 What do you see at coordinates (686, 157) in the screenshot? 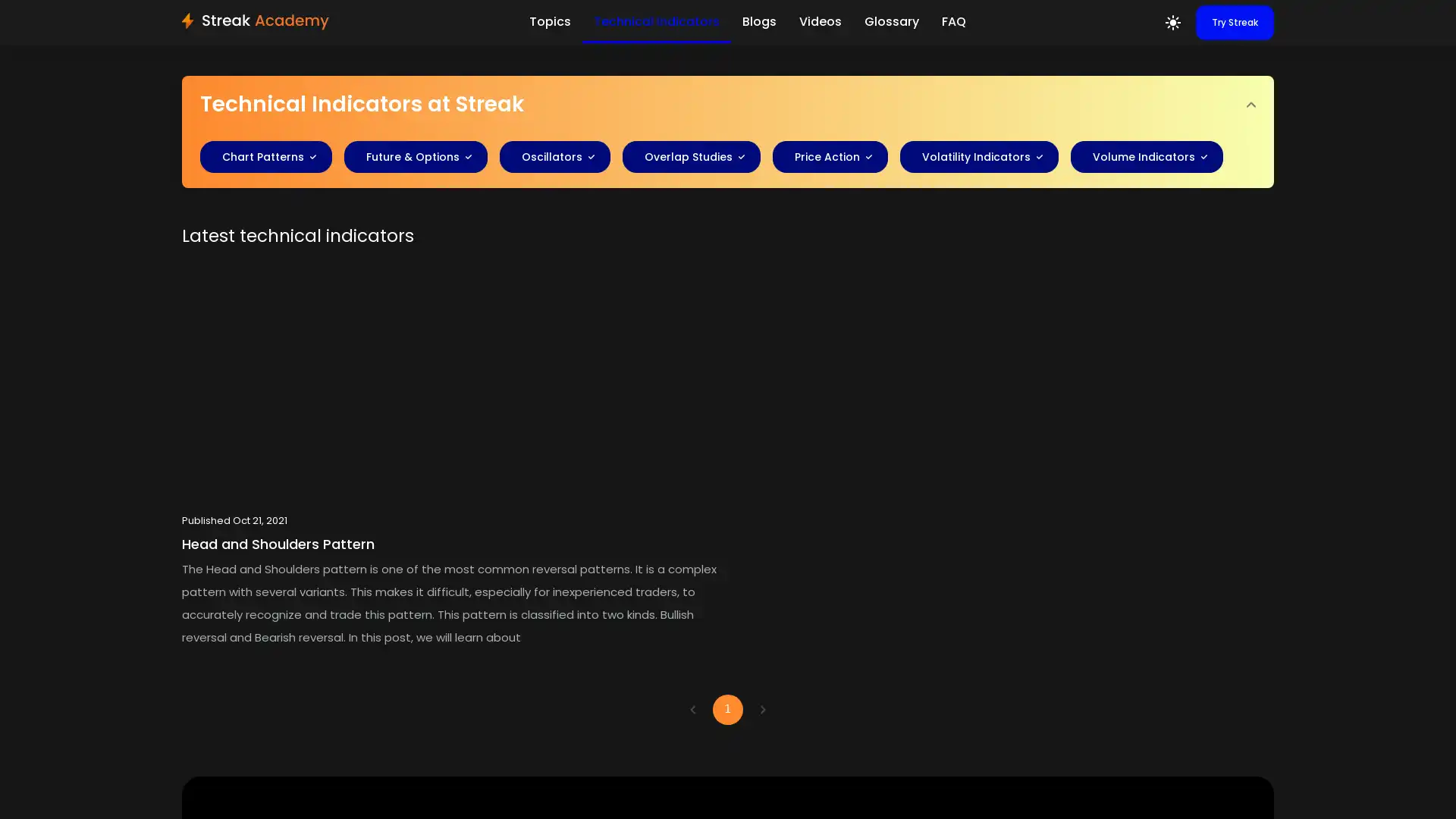
I see `Overlap Studies` at bounding box center [686, 157].